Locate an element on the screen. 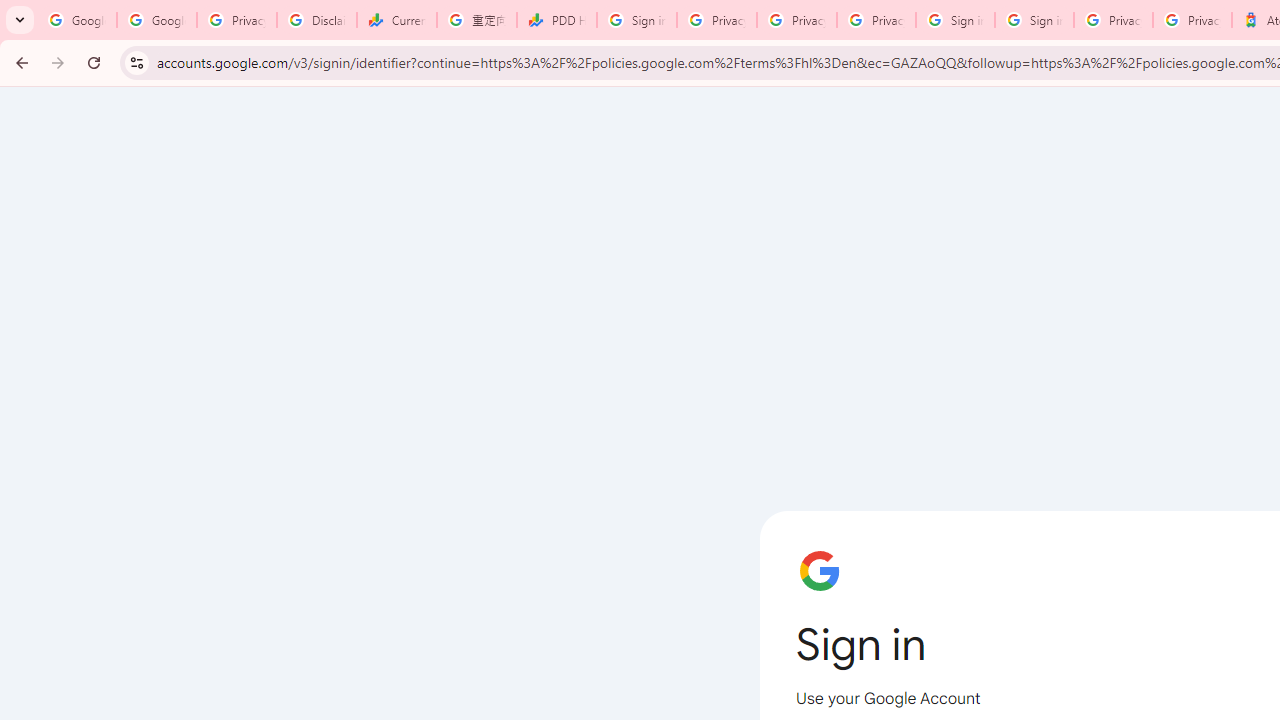  'Privacy Checkup' is located at coordinates (876, 20).